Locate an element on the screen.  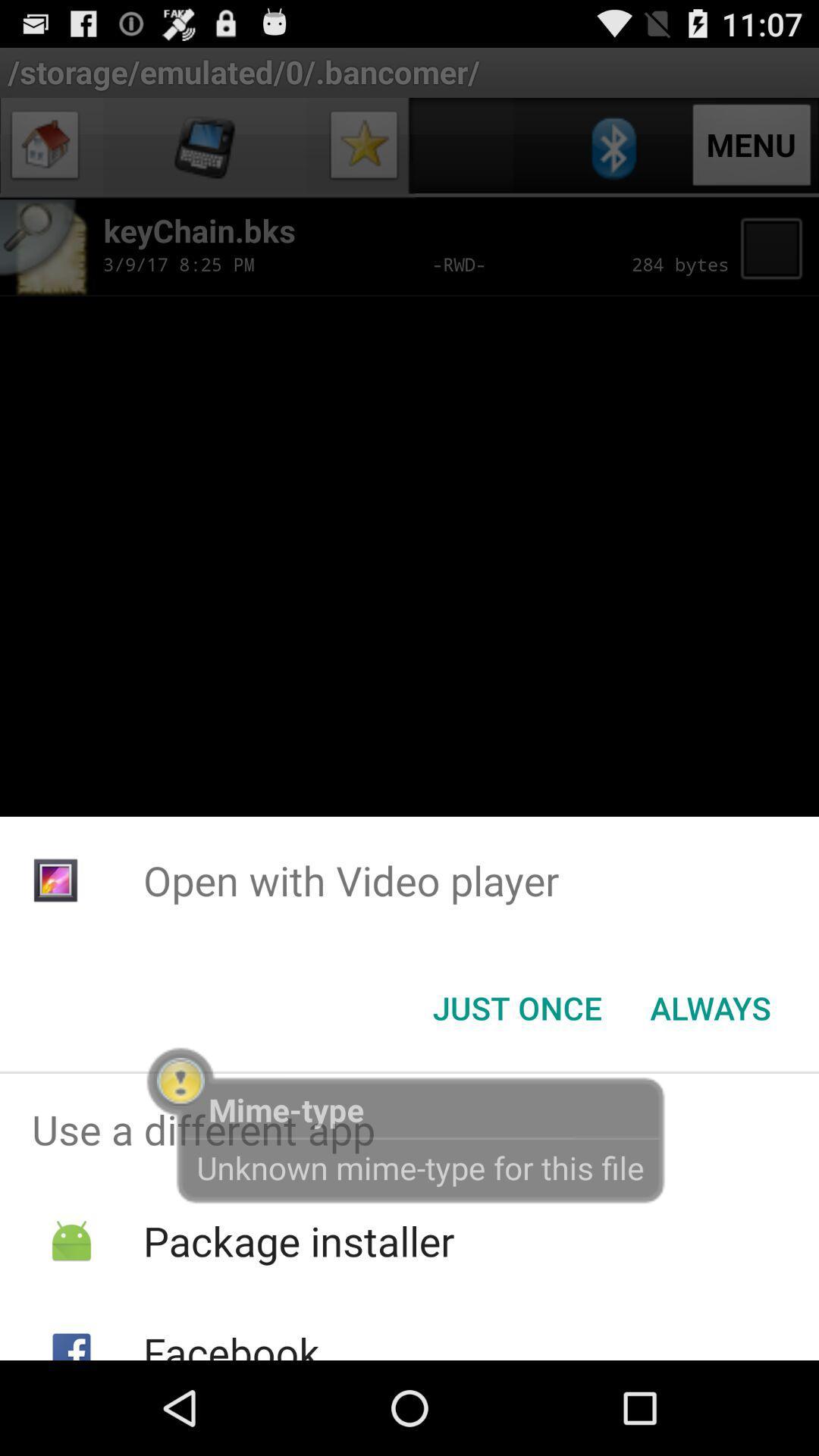
package installer is located at coordinates (299, 1241).